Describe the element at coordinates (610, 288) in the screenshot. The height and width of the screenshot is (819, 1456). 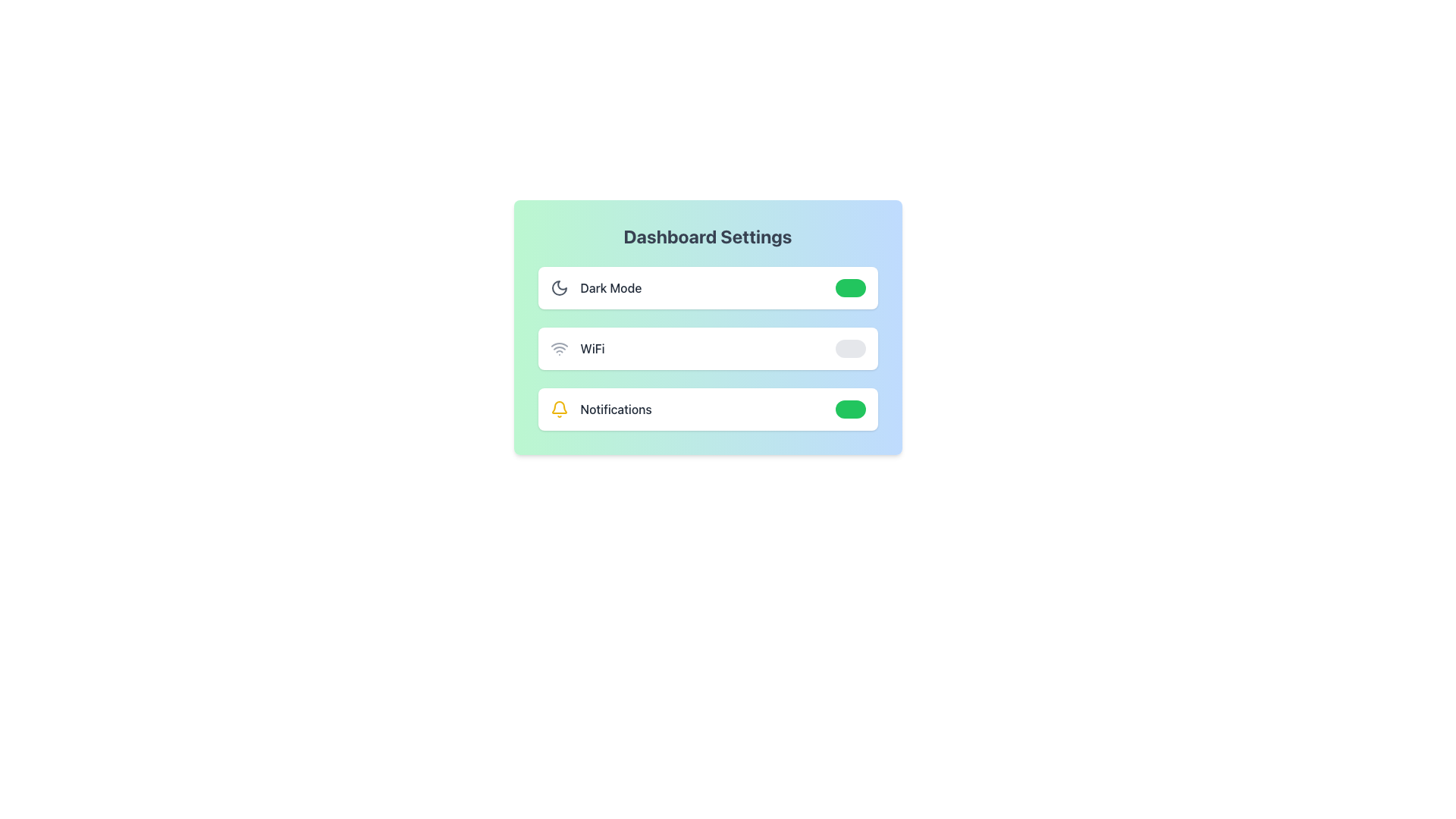
I see `the label that describes the functionality of the adjacent toggle switch for dark mode settings, located between a moon icon and the toggle switch in the Dashboard Settings section` at that location.